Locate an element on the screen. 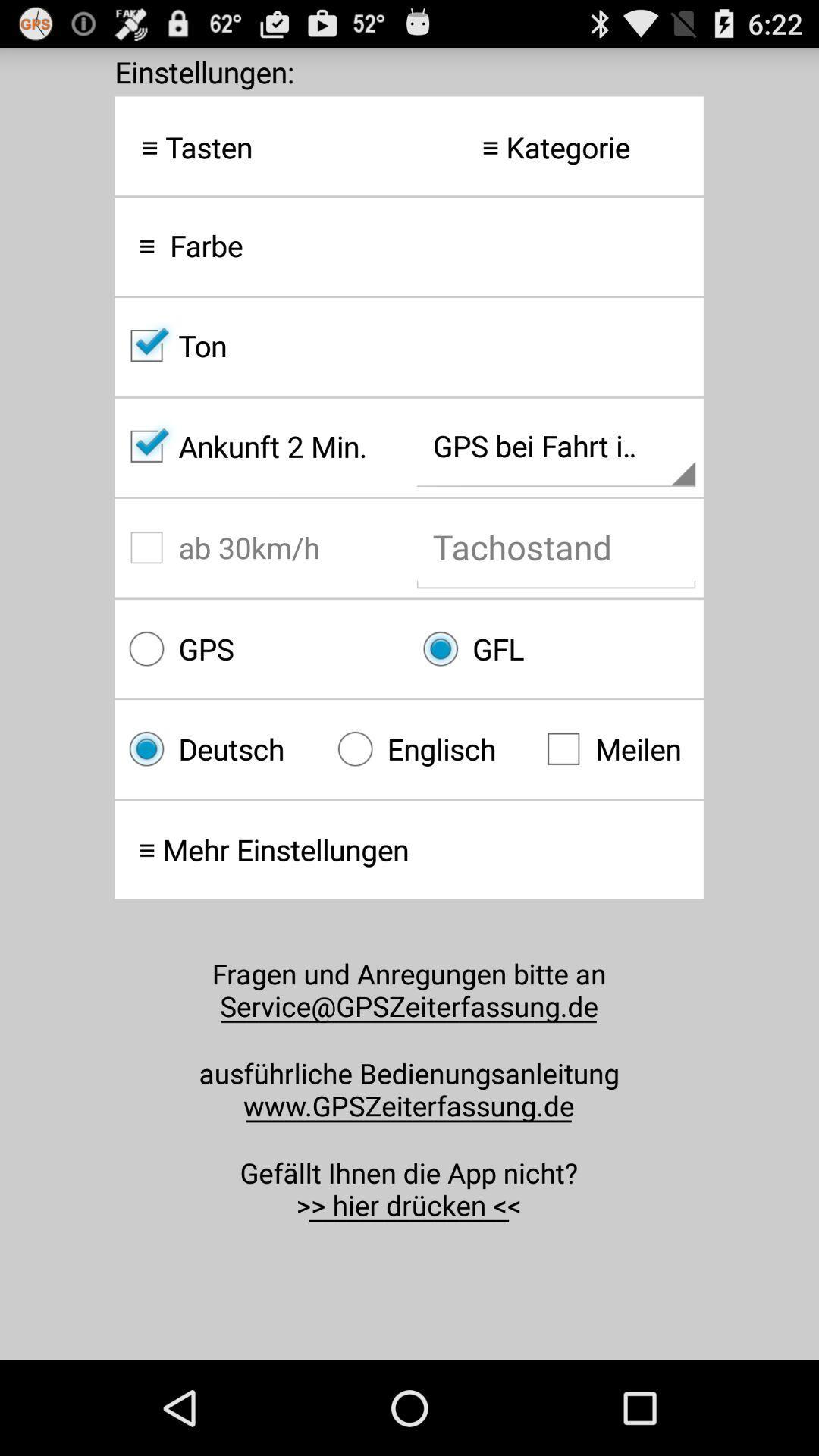 This screenshot has height=1456, width=819. gfl icon is located at coordinates (556, 648).